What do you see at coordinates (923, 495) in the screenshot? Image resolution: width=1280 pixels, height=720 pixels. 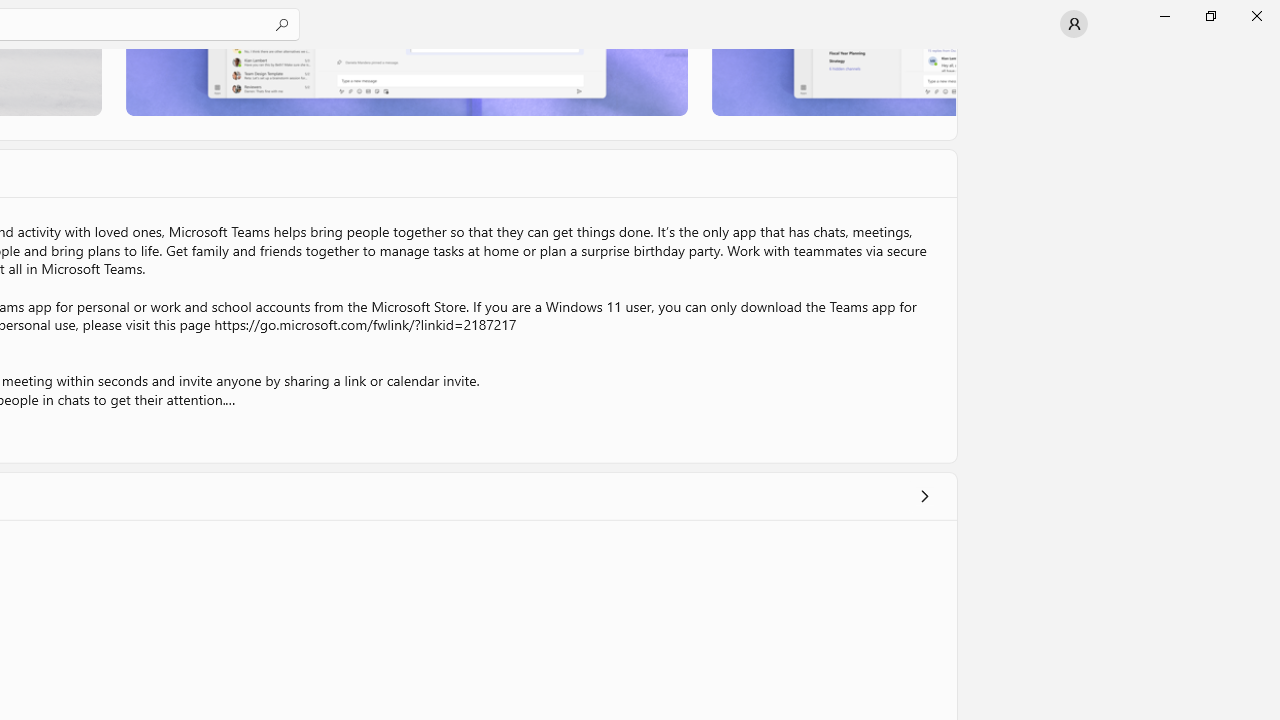 I see `'Show all ratings and reviews'` at bounding box center [923, 495].